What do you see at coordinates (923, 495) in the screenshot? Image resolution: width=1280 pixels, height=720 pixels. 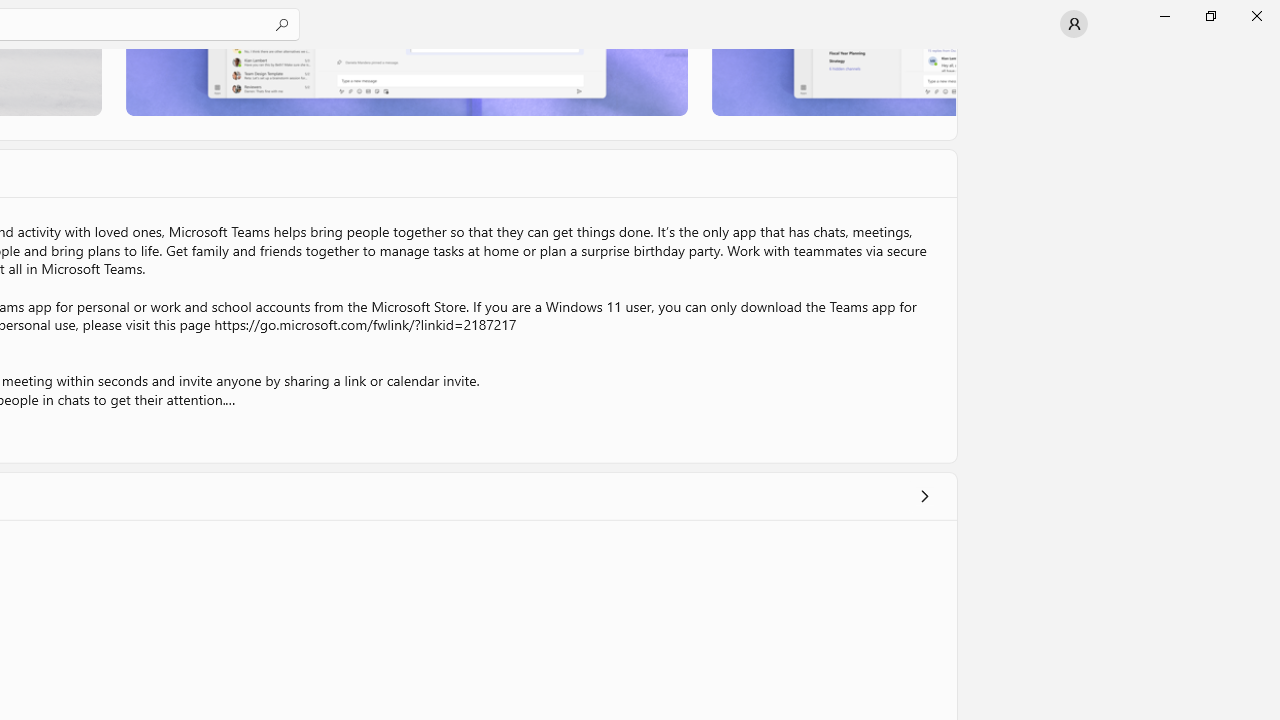 I see `'Show all ratings and reviews'` at bounding box center [923, 495].